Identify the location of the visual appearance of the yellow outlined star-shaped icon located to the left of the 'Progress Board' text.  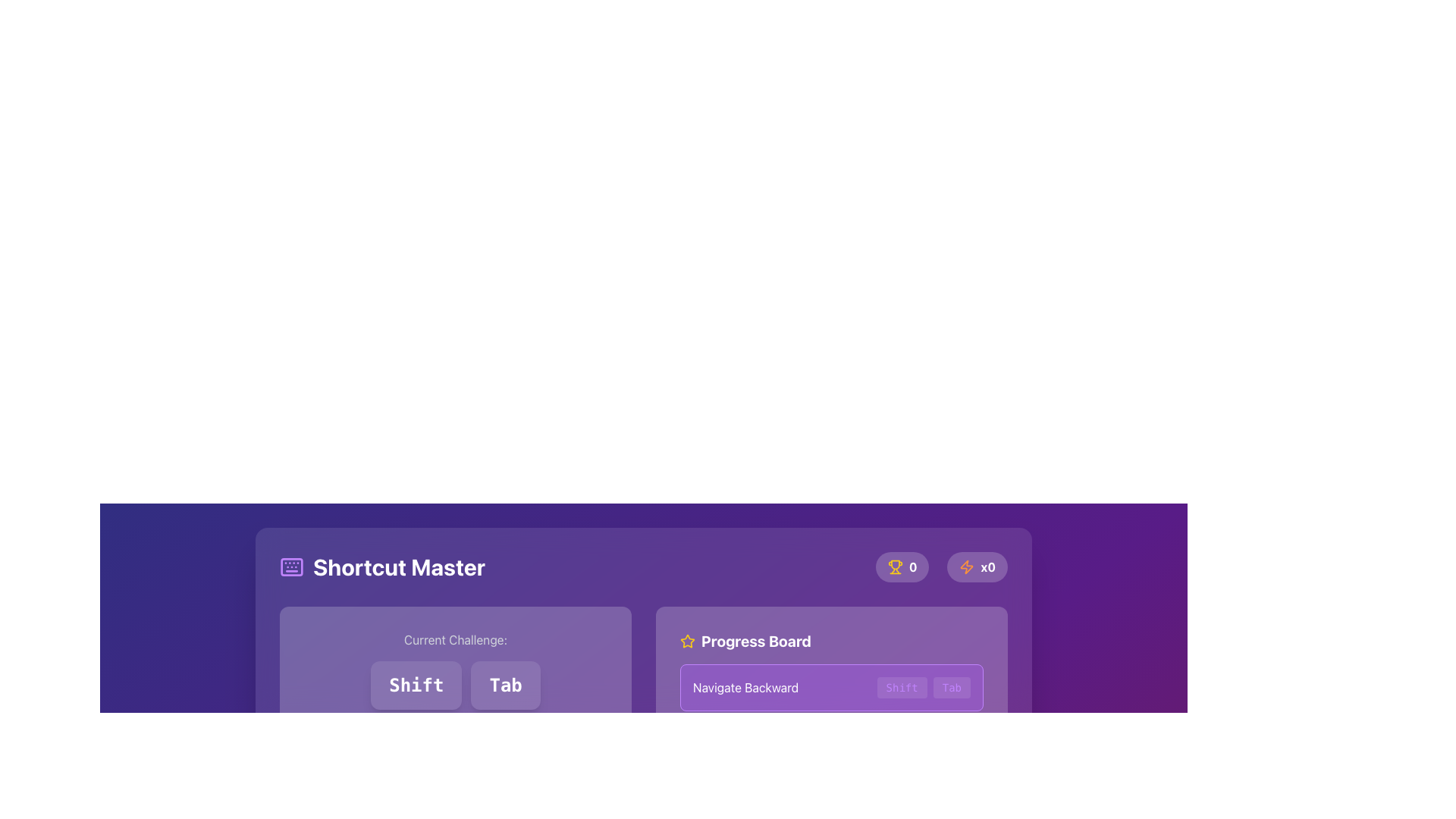
(687, 641).